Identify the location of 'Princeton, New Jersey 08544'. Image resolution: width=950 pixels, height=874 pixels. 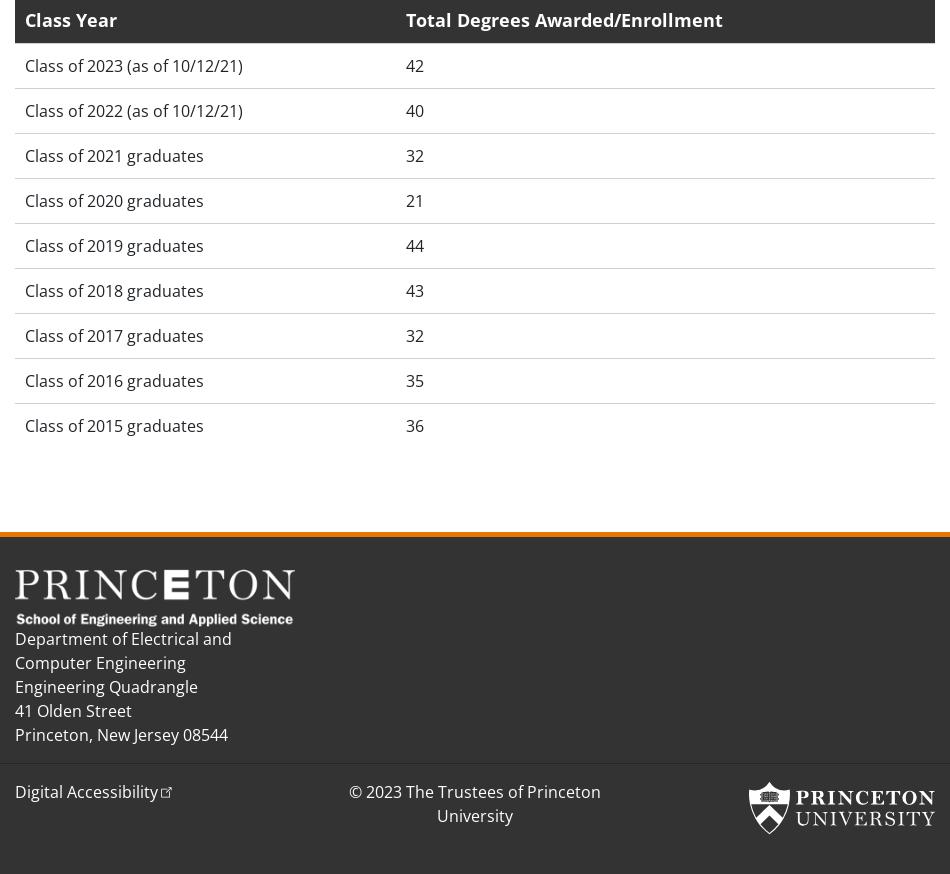
(15, 732).